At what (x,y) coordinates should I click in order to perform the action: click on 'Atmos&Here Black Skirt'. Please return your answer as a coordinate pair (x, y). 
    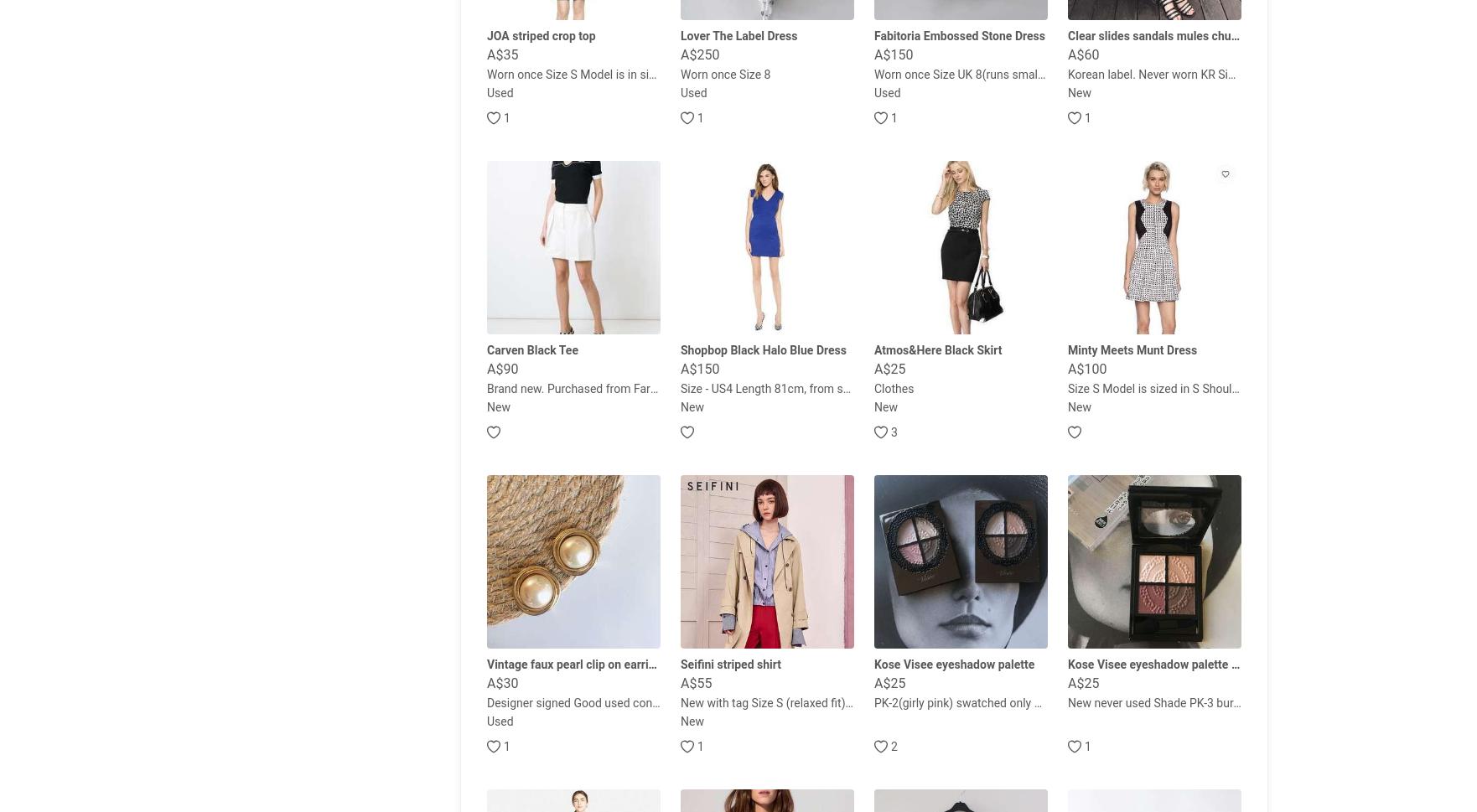
    Looking at the image, I should click on (938, 349).